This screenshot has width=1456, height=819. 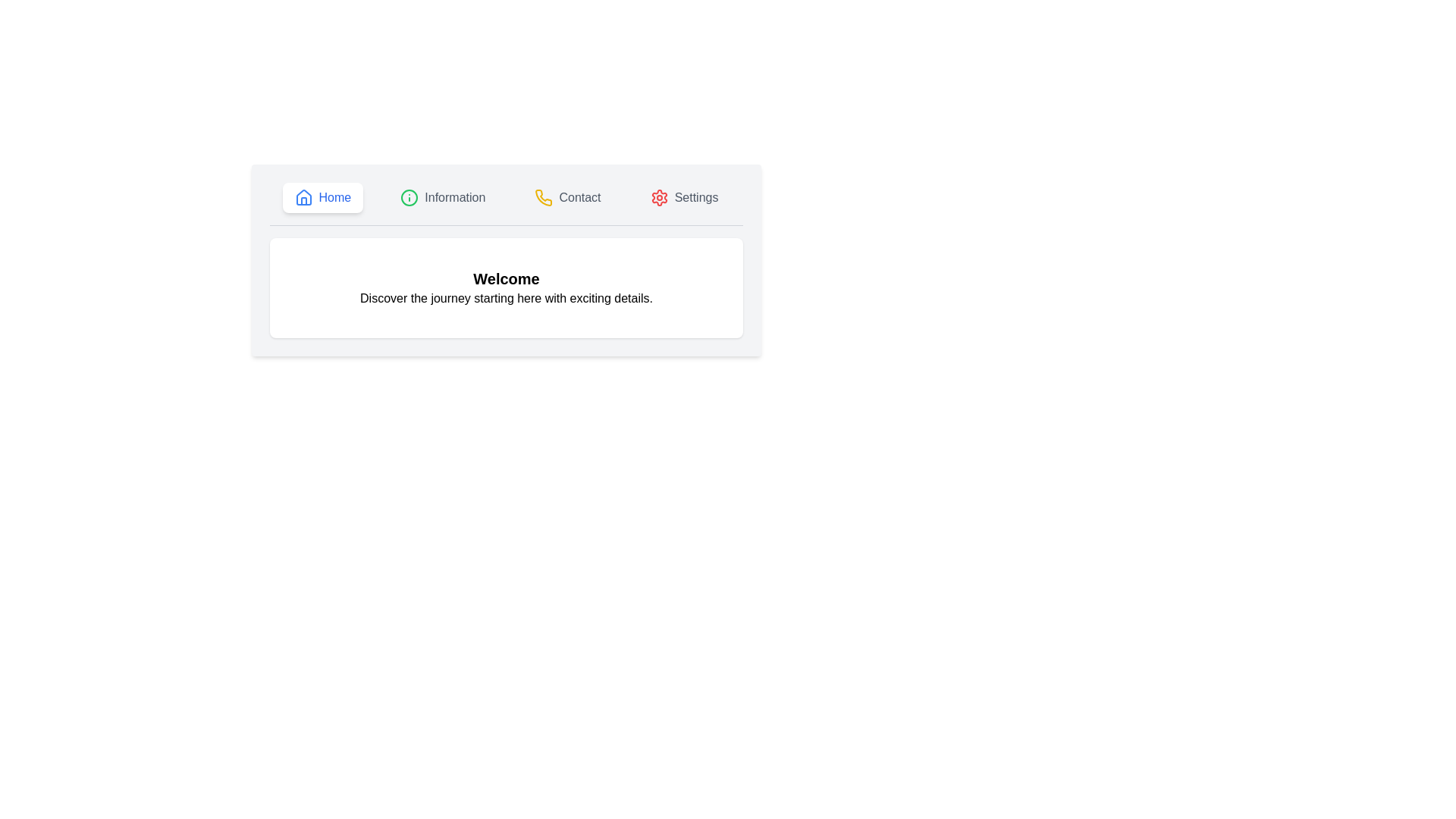 I want to click on the 'Information' button, which is a horizontally oriented button with an 'i' icon in a green circle and gray text, located between 'Home' and 'Contact' buttons, so click(x=442, y=197).